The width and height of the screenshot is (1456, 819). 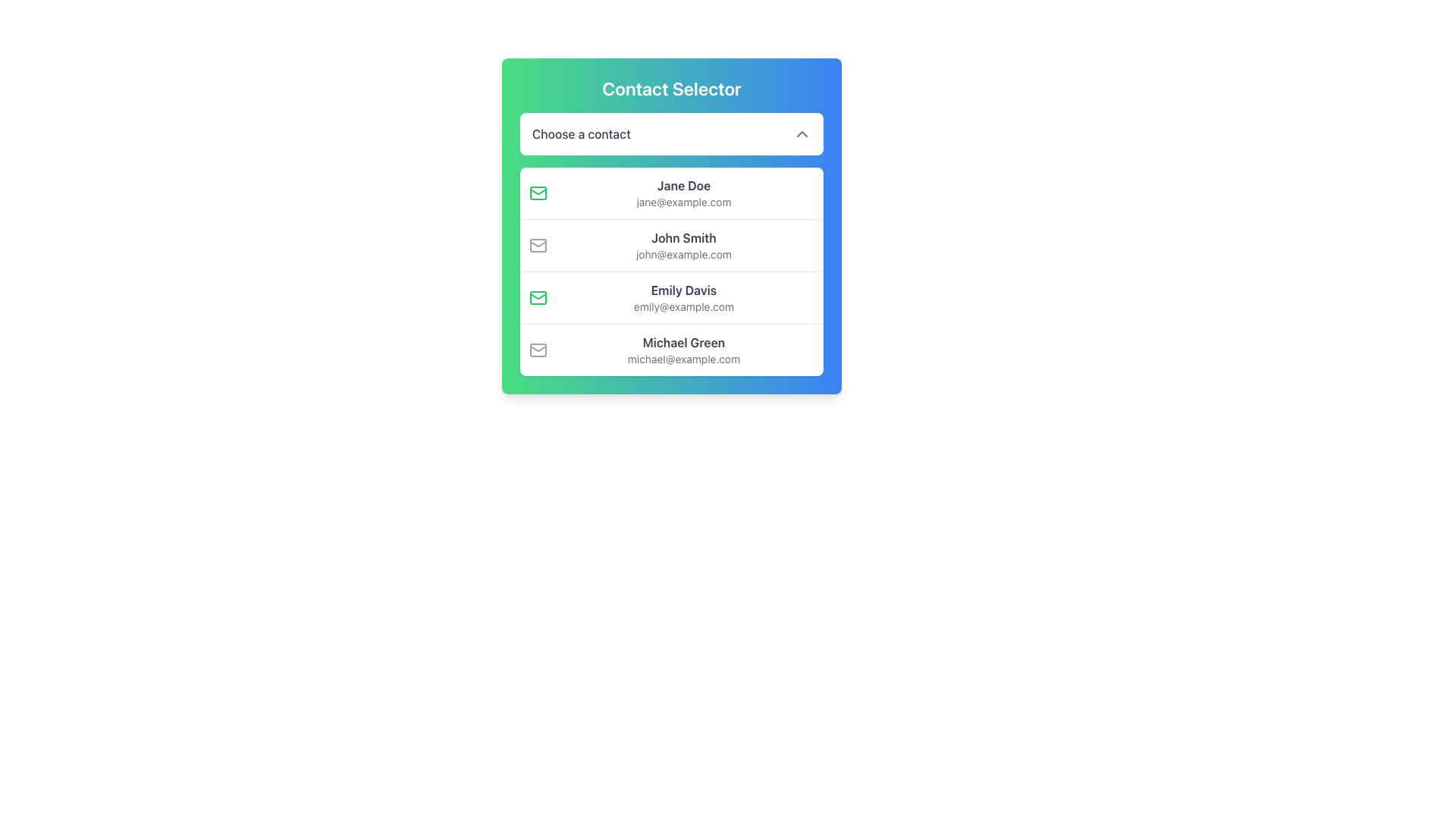 What do you see at coordinates (671, 350) in the screenshot?
I see `the list item displaying 'Michael Green' with the email 'michael@example.com'` at bounding box center [671, 350].